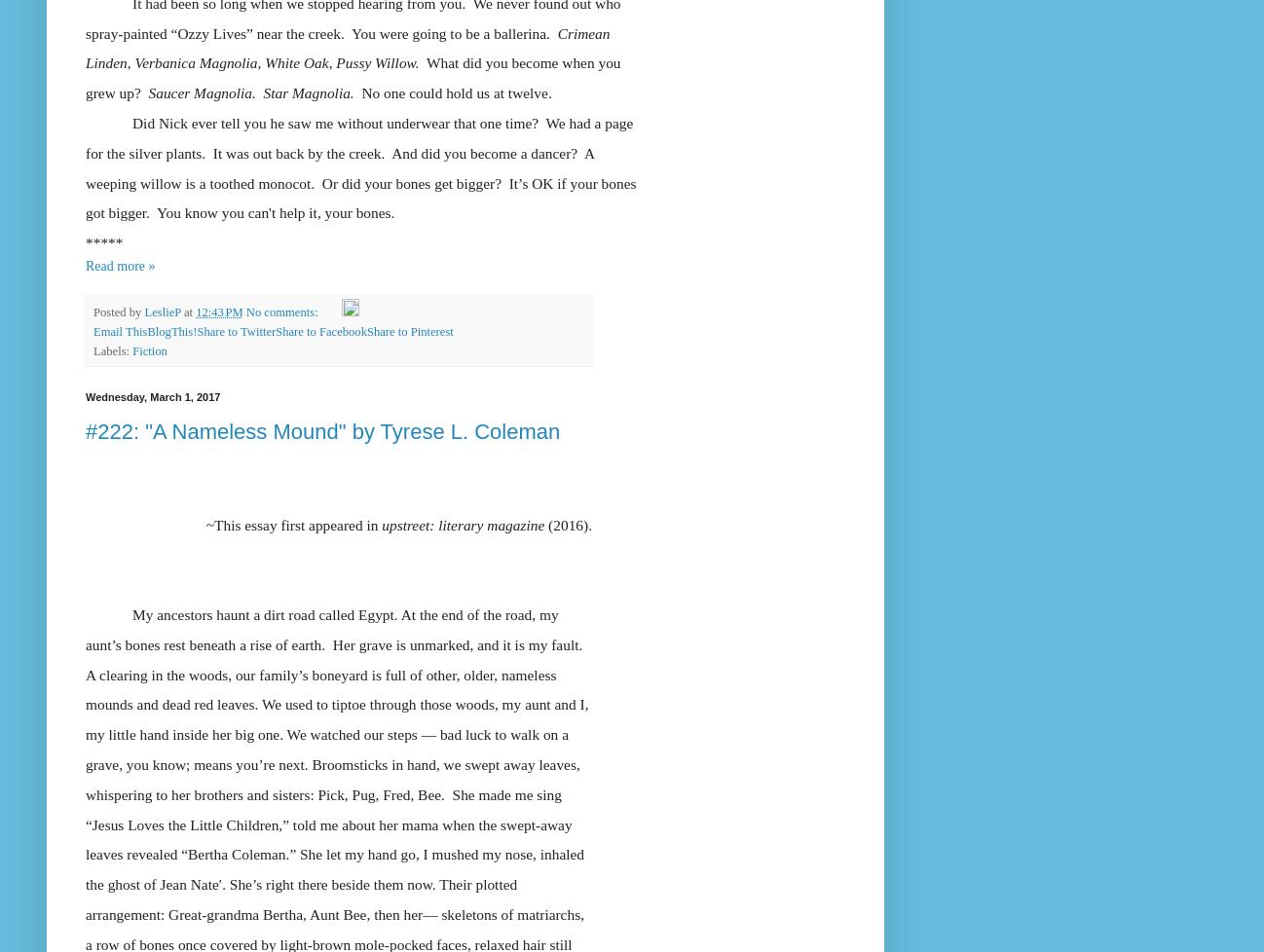  I want to click on '~This
essay first appeared in', so click(205, 524).